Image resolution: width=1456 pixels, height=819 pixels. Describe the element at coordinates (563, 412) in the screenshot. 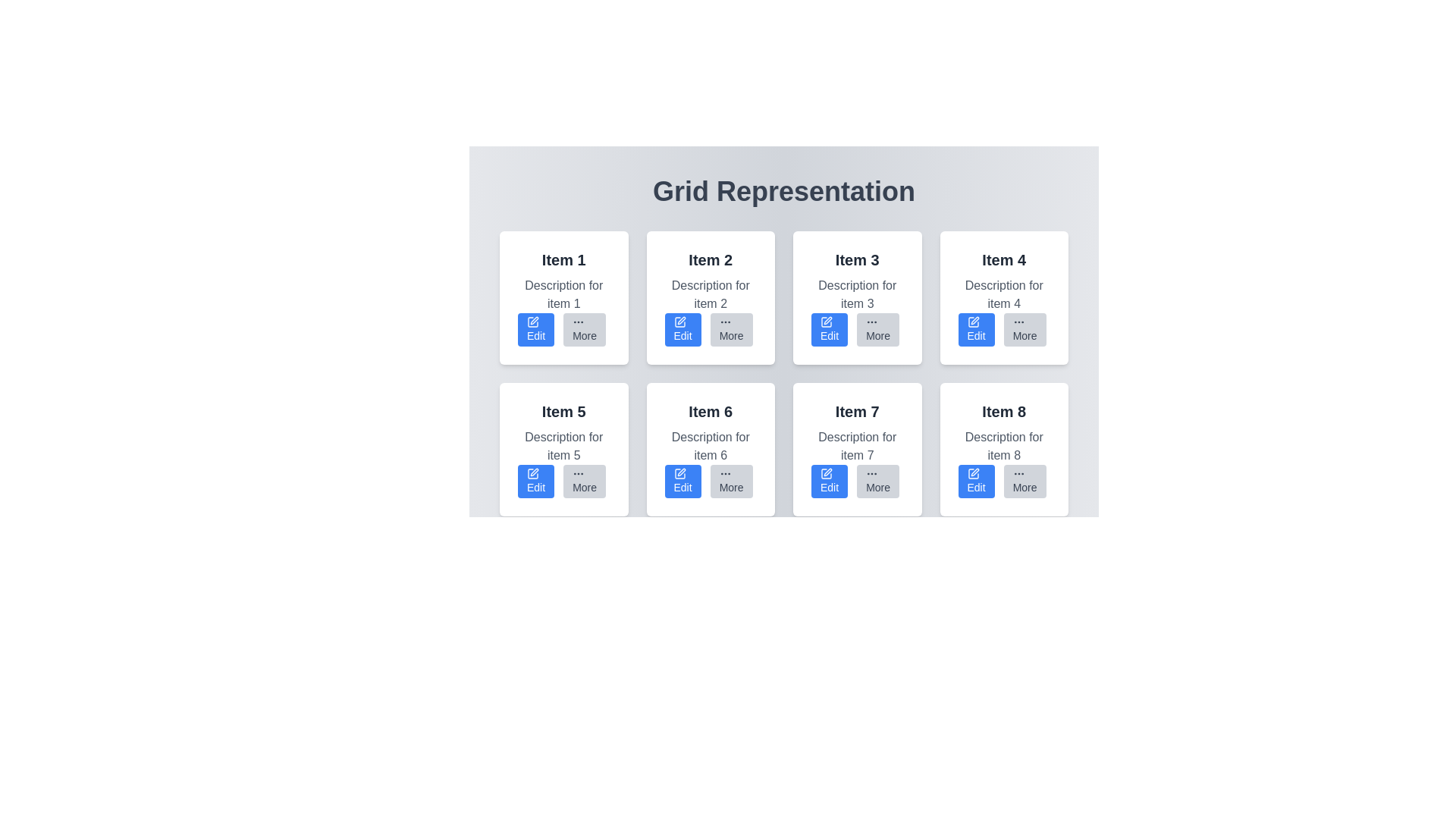

I see `the title text element located at the top of the fifth card in a grid layout, which provides context for the associated description and actions` at that location.